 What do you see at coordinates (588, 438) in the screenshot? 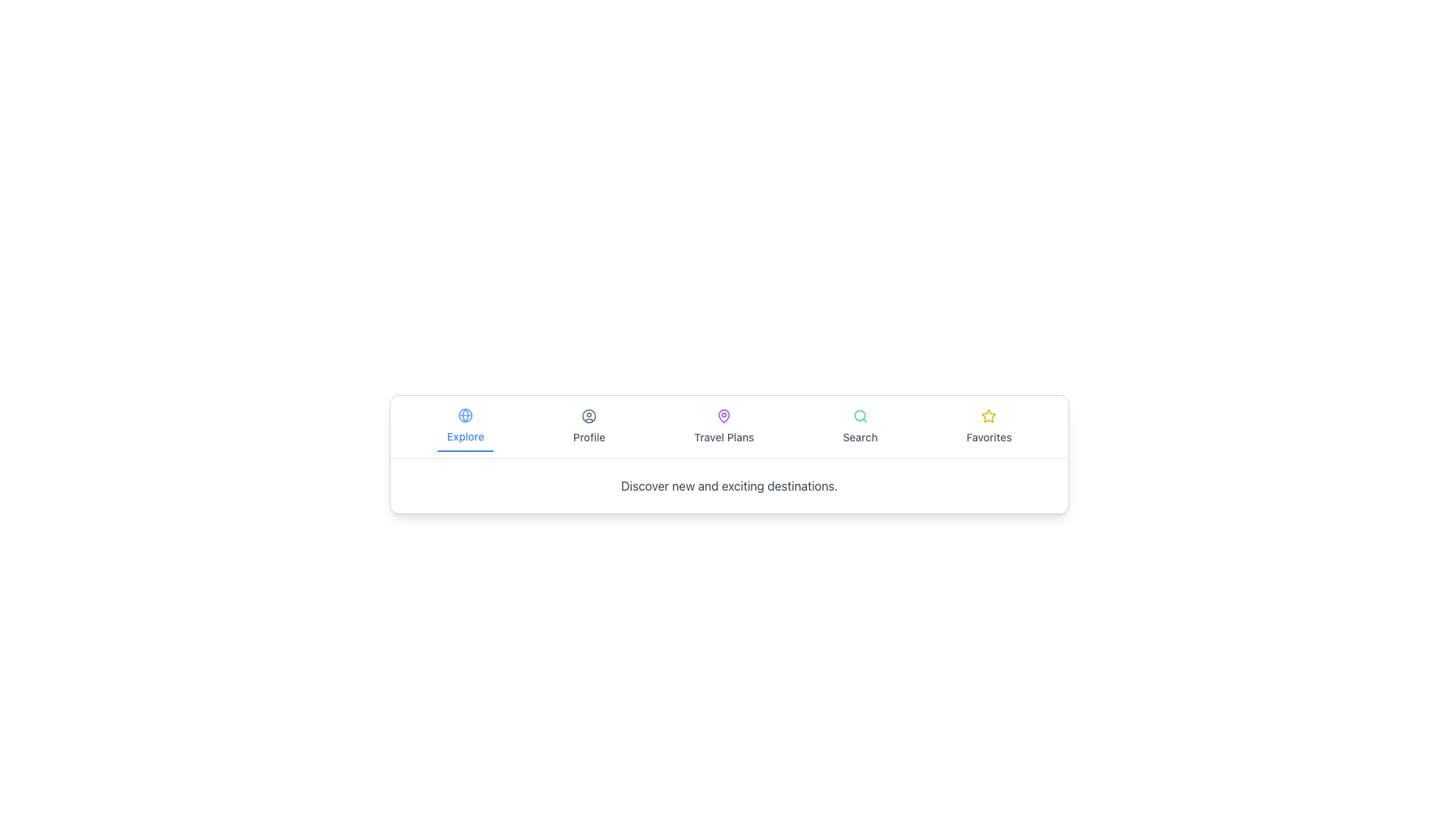
I see `the 'Profile' text label located in the bottom navigation bar, positioned below the user icon` at bounding box center [588, 438].